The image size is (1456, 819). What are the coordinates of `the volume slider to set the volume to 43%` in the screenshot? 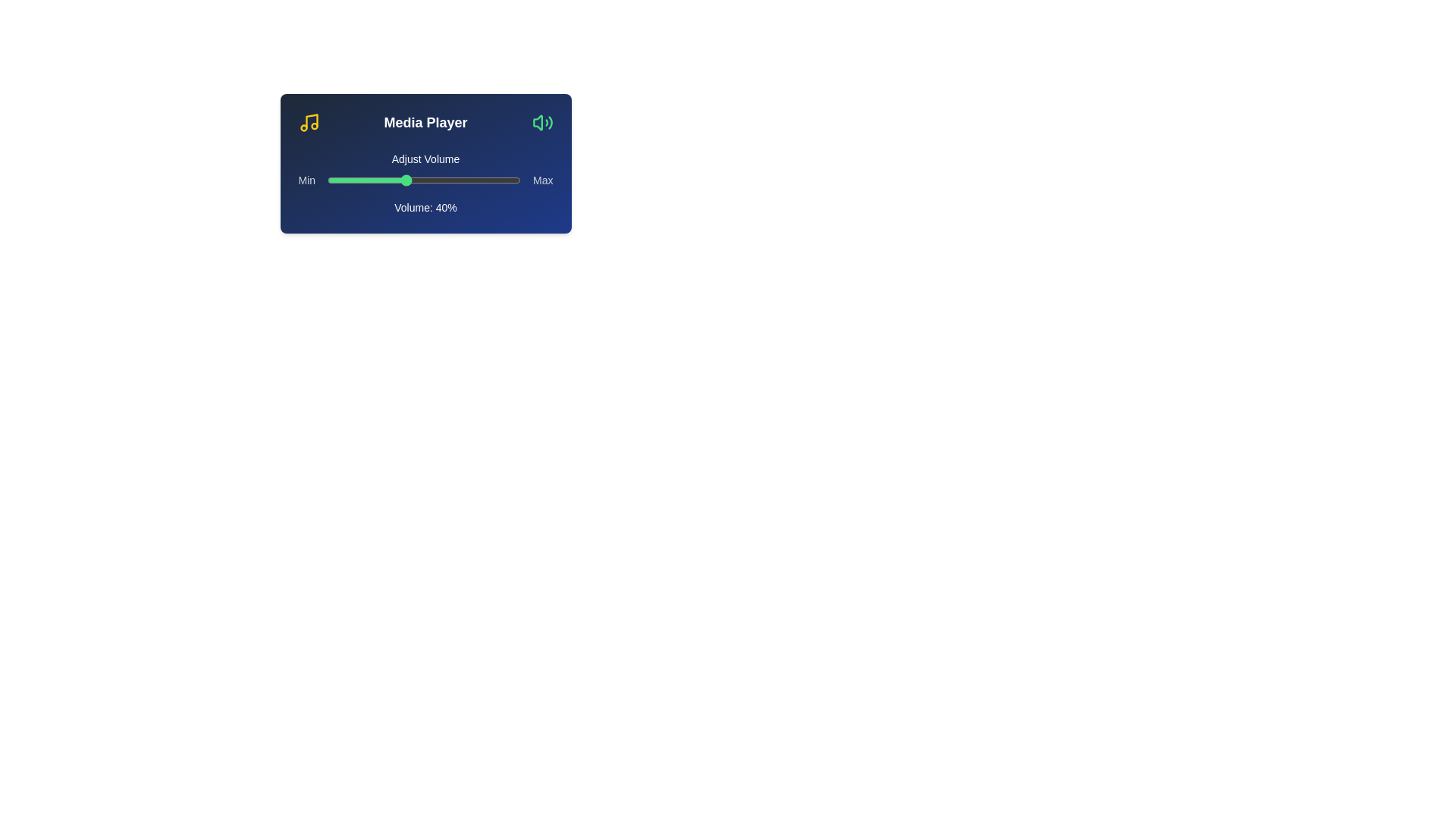 It's located at (410, 180).